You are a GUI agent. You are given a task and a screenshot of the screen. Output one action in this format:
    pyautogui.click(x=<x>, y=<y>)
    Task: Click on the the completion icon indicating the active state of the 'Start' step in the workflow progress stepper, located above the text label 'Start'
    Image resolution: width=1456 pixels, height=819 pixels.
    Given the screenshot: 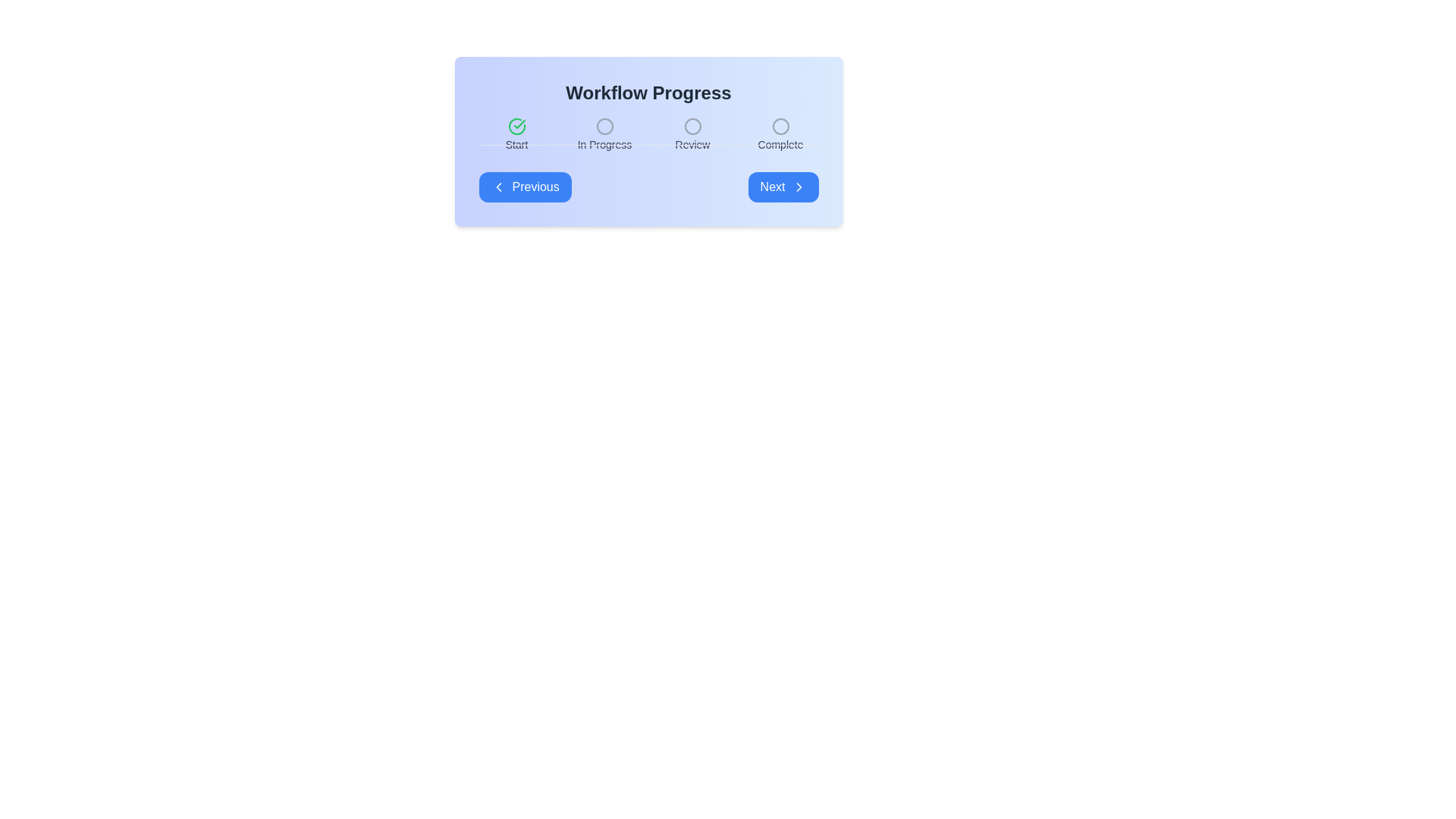 What is the action you would take?
    pyautogui.click(x=516, y=125)
    